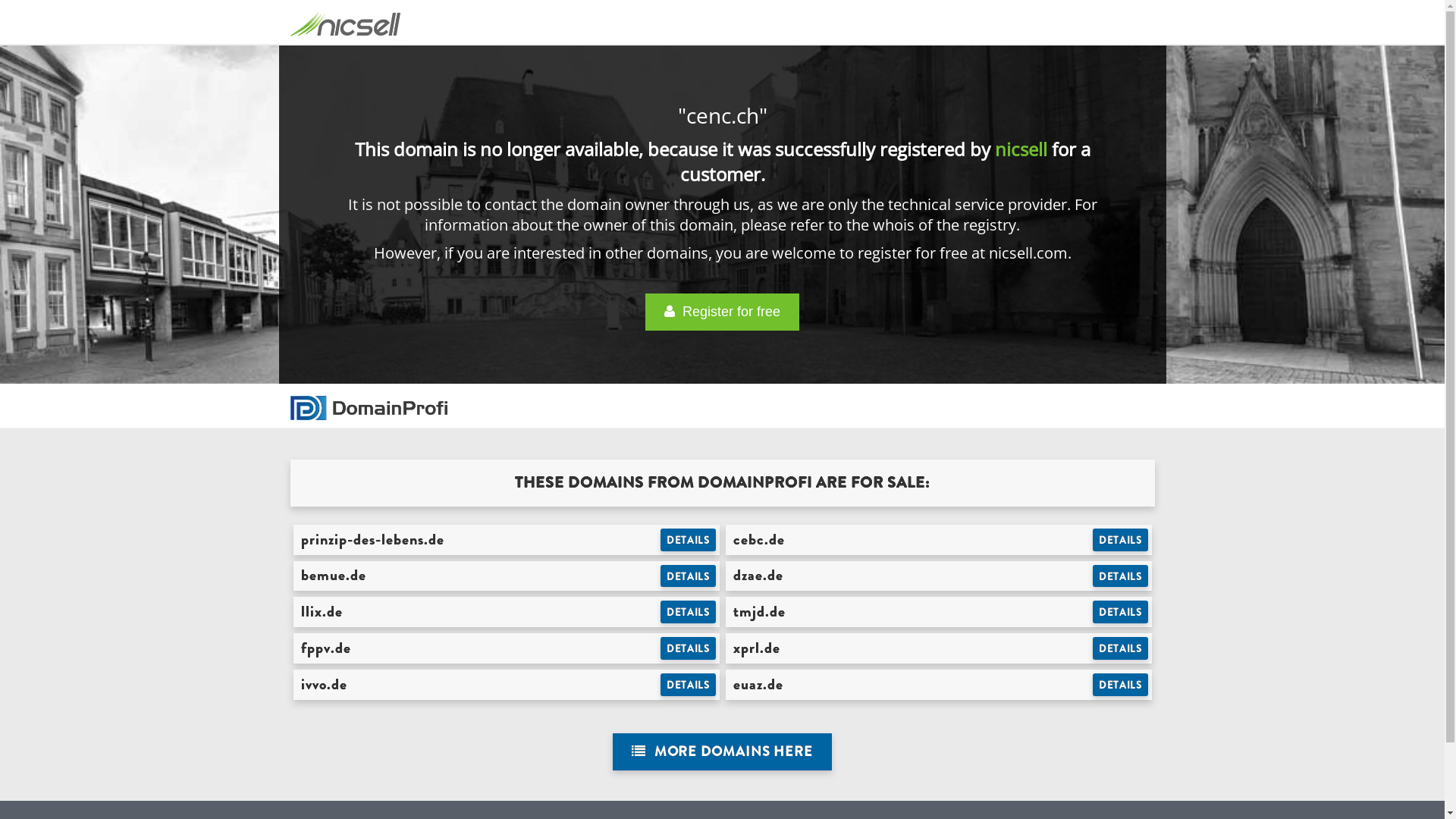 This screenshot has width=1456, height=819. What do you see at coordinates (1120, 610) in the screenshot?
I see `'DETAILS'` at bounding box center [1120, 610].